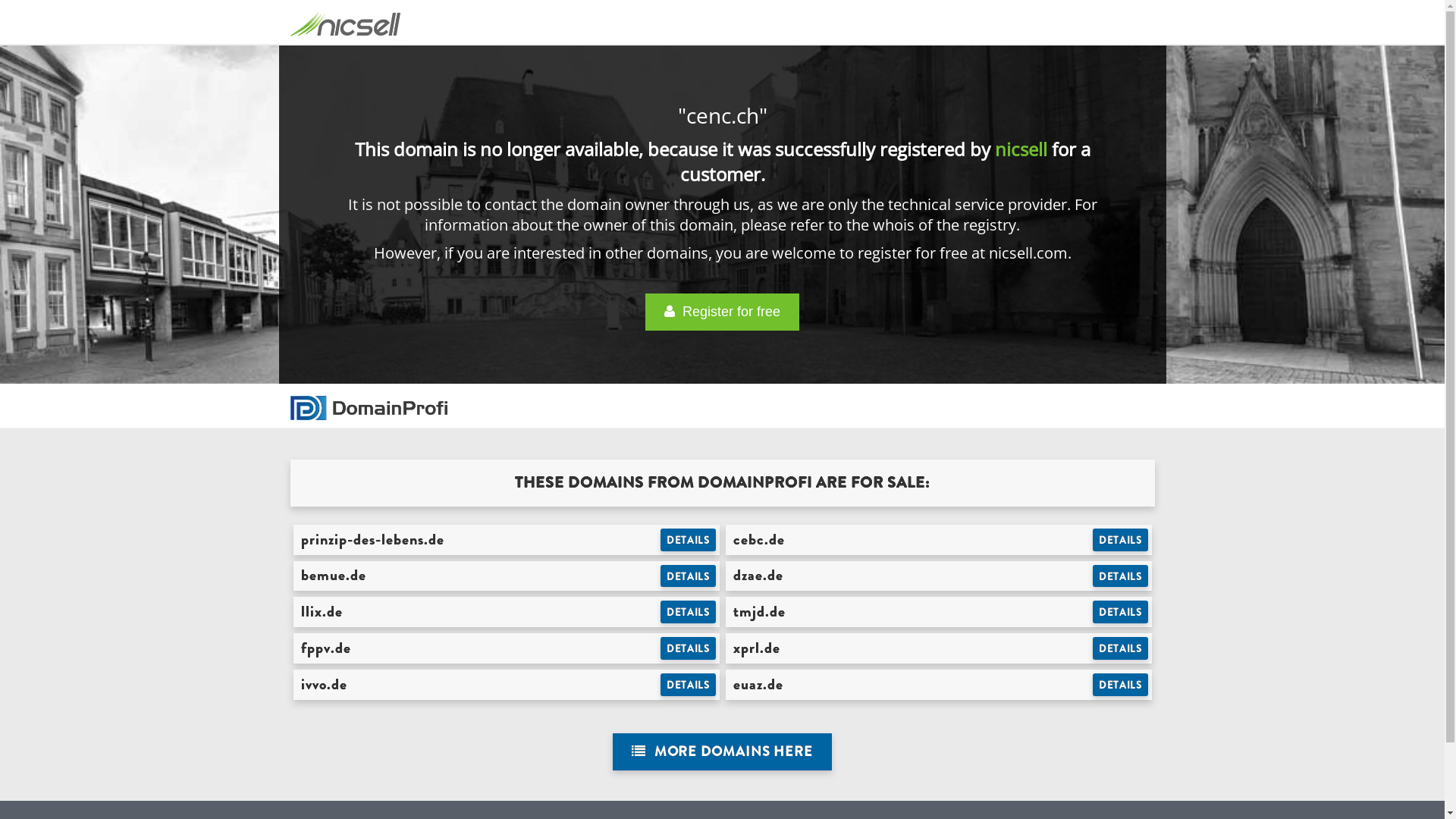 This screenshot has width=1456, height=819. What do you see at coordinates (1120, 610) in the screenshot?
I see `'DETAILS'` at bounding box center [1120, 610].